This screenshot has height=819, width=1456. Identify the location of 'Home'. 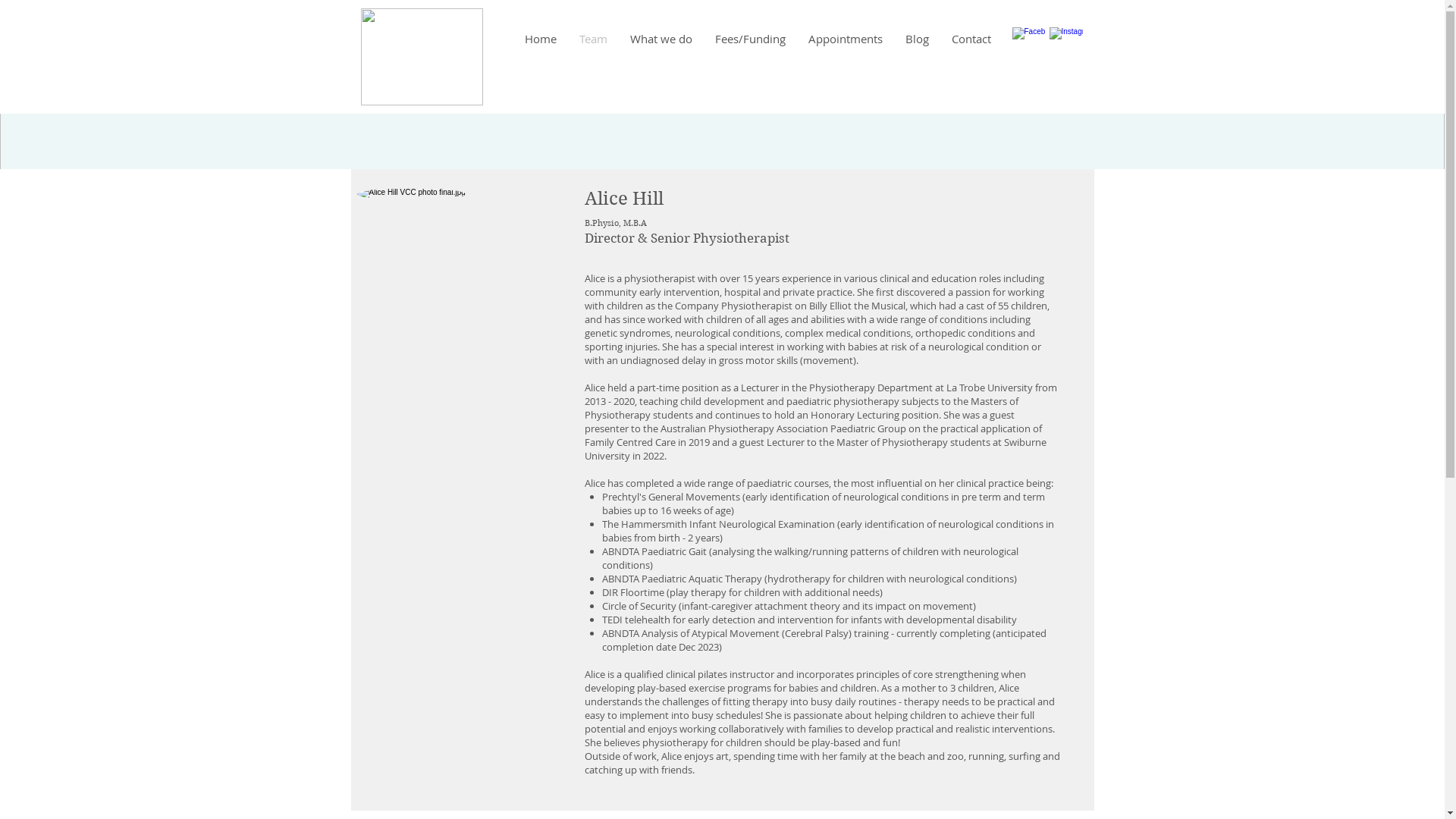
(539, 37).